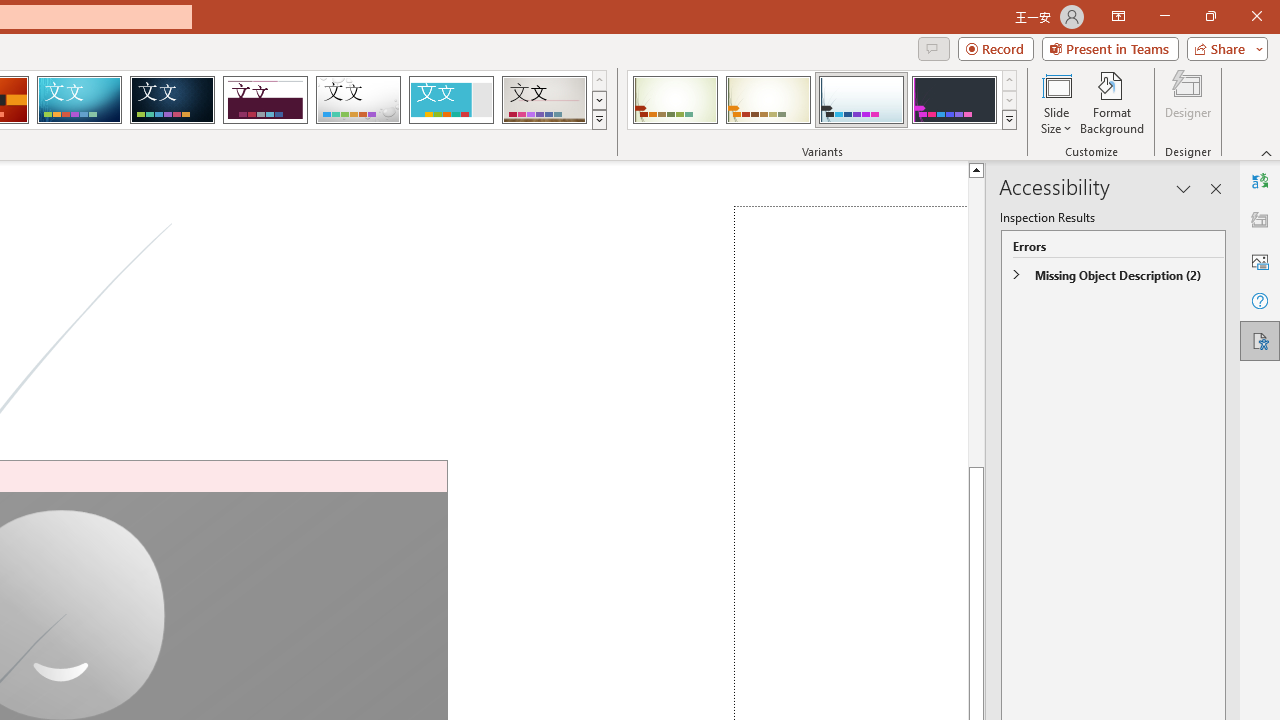 This screenshot has width=1280, height=720. Describe the element at coordinates (598, 120) in the screenshot. I see `'Themes'` at that location.